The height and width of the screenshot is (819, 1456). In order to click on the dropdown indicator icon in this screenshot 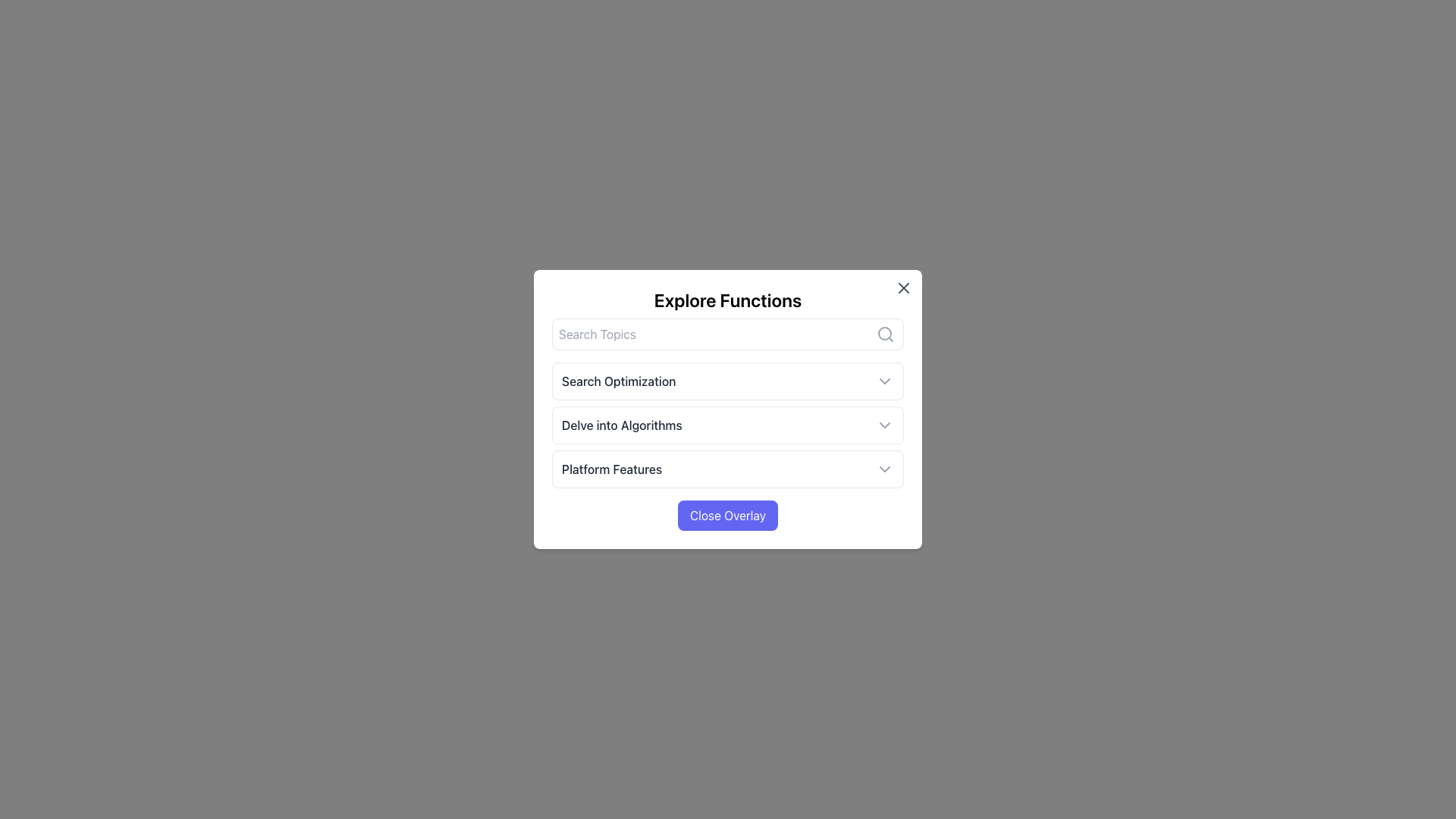, I will do `click(884, 380)`.